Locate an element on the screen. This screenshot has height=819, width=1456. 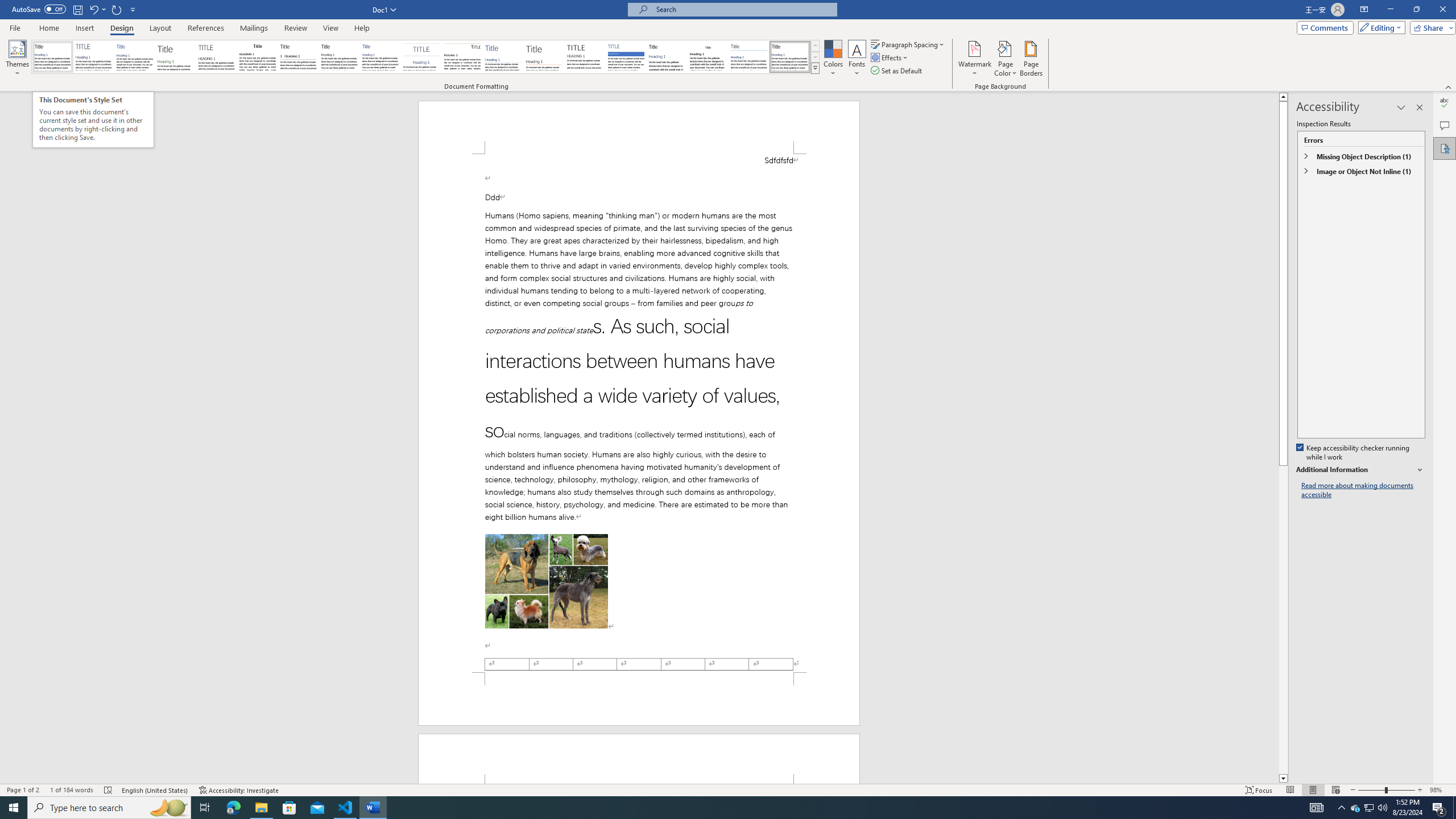
'Keep accessibility checker running while I work' is located at coordinates (1354, 453).